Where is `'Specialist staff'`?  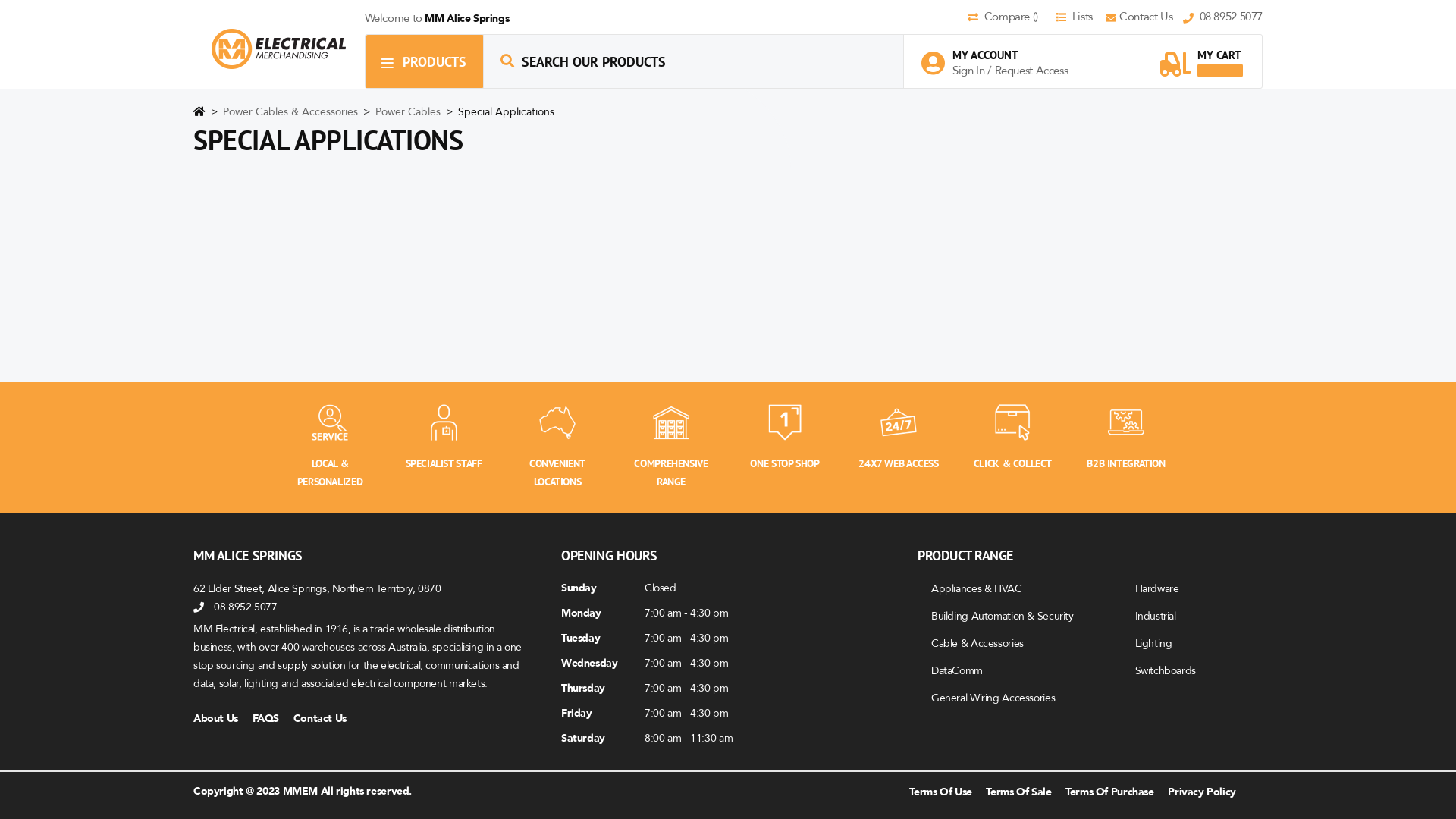 'Specialist staff' is located at coordinates (443, 421).